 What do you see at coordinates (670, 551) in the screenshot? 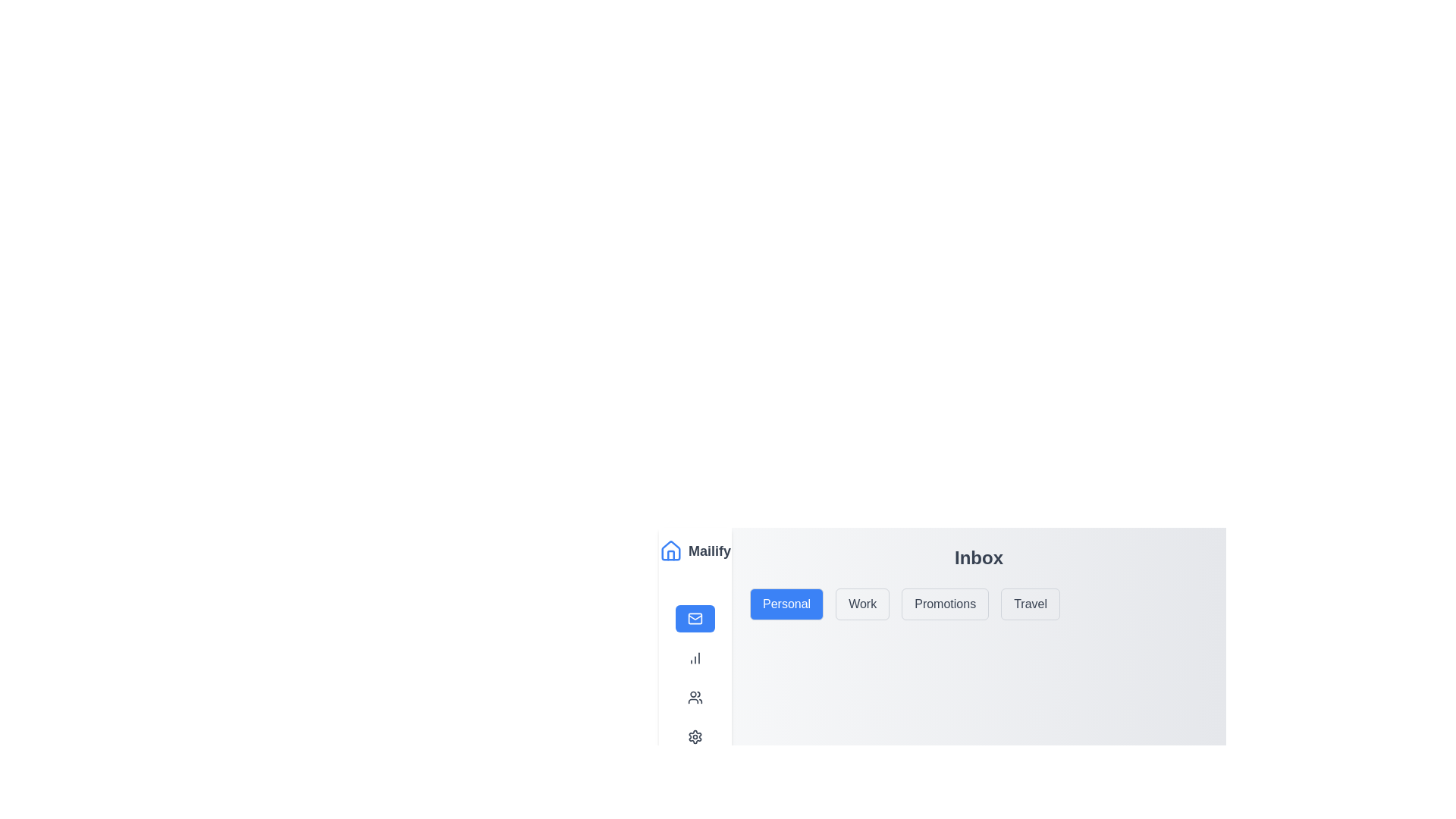
I see `the blue outlined home-shaped icon located in the header section` at bounding box center [670, 551].